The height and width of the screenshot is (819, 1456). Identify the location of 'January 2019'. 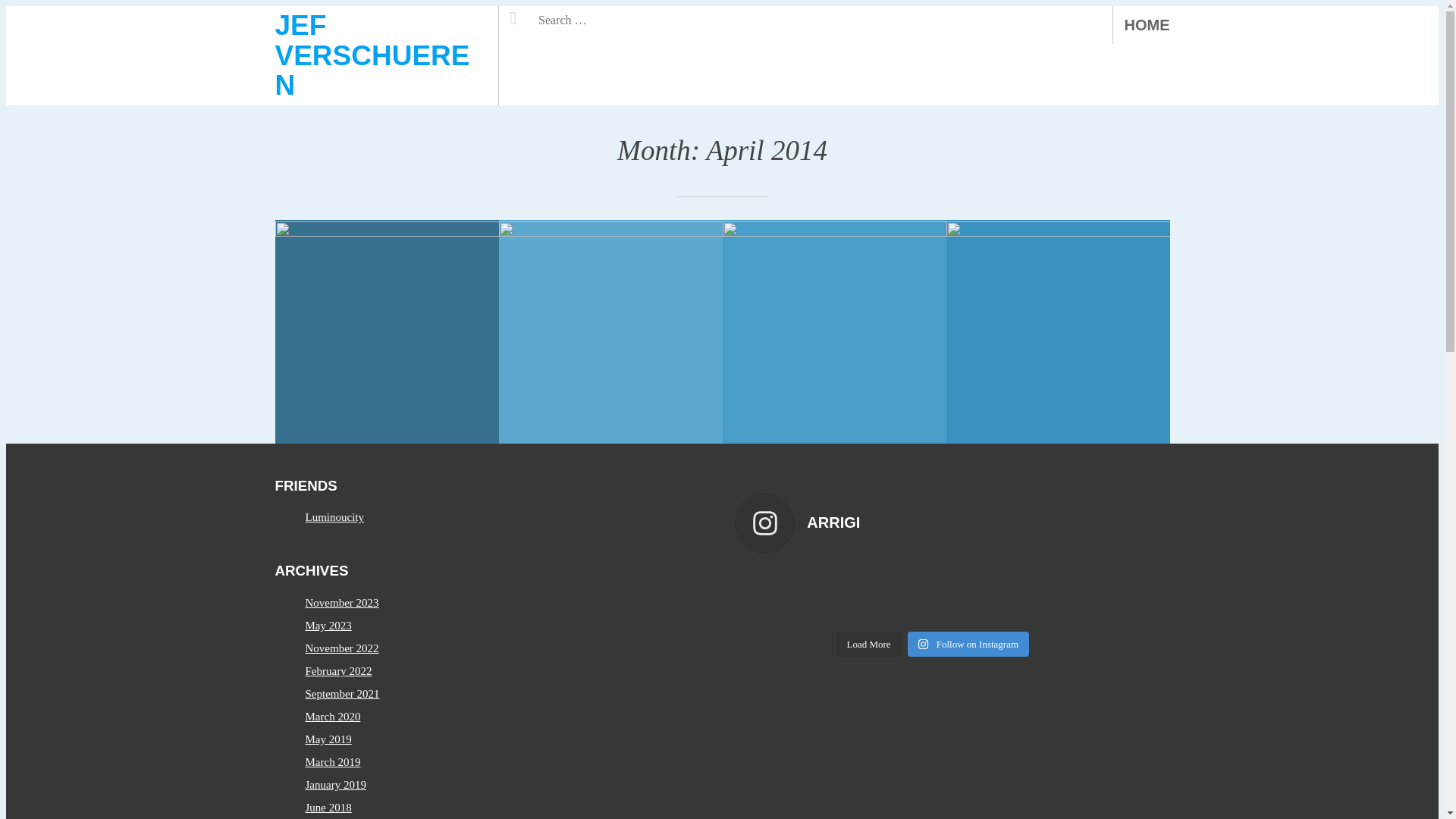
(304, 784).